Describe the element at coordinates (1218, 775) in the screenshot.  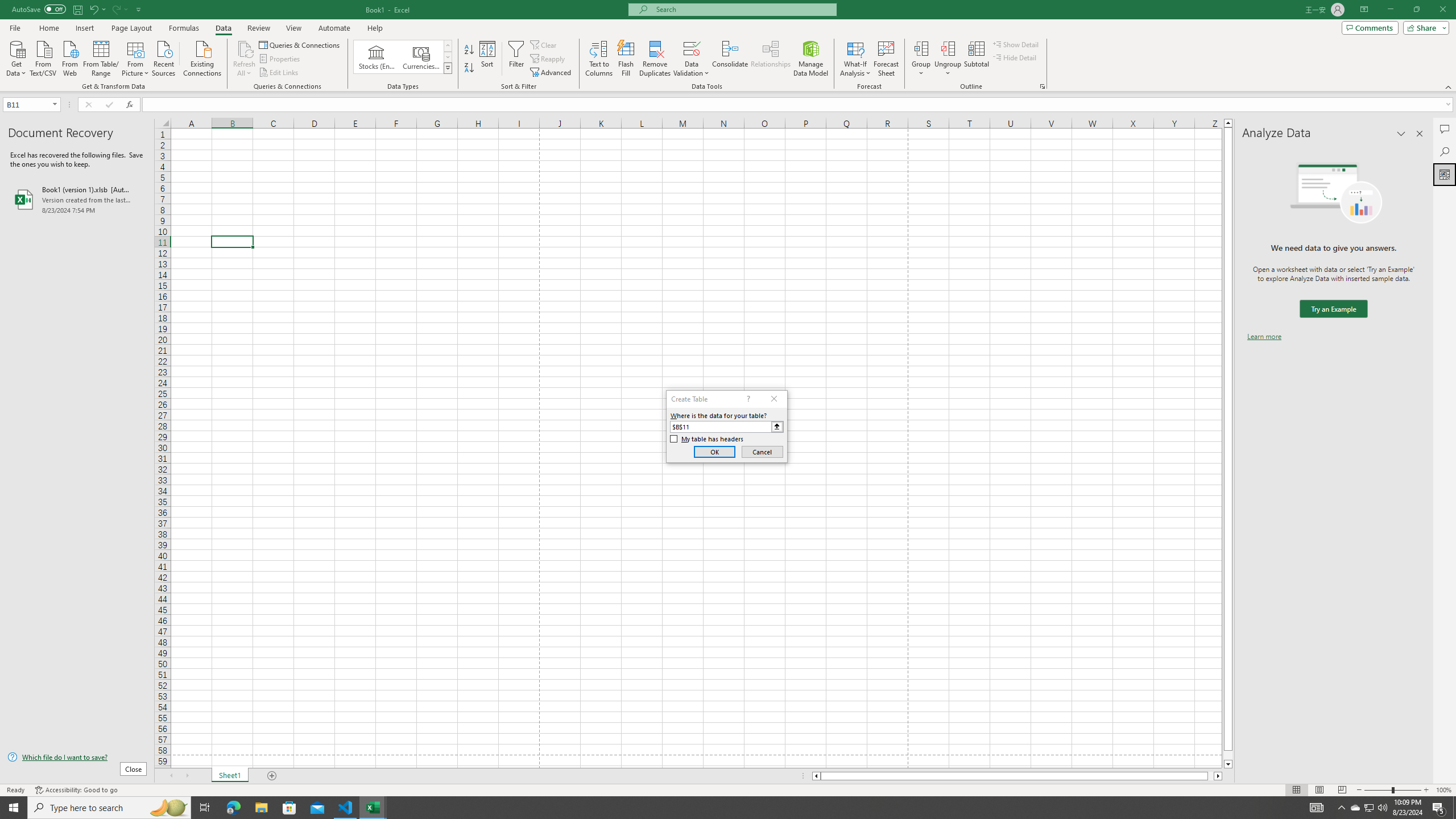
I see `'Column right'` at that location.